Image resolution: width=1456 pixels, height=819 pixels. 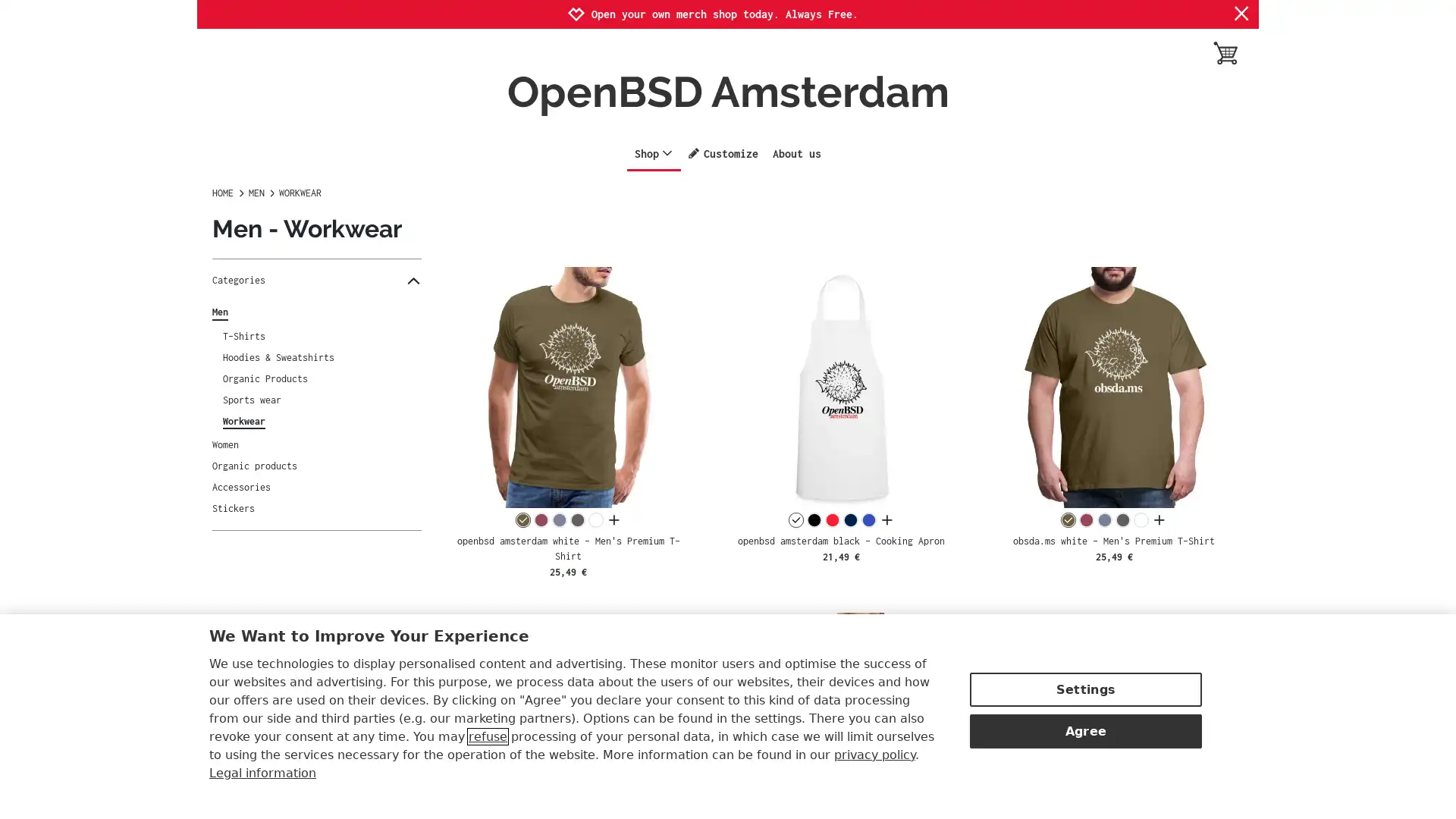 I want to click on heather burgundy, so click(x=541, y=519).